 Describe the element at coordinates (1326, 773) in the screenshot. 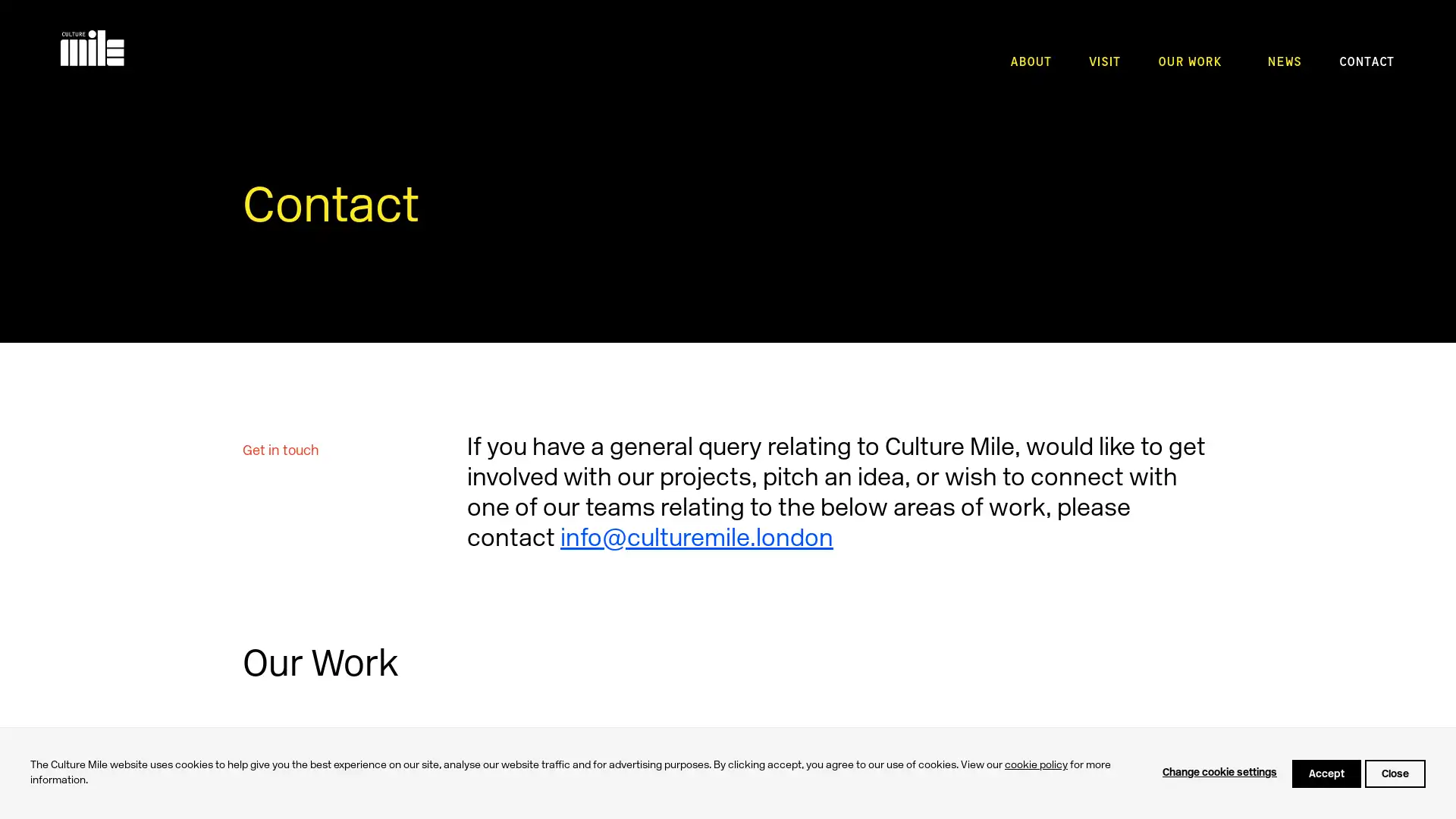

I see `Accept` at that location.